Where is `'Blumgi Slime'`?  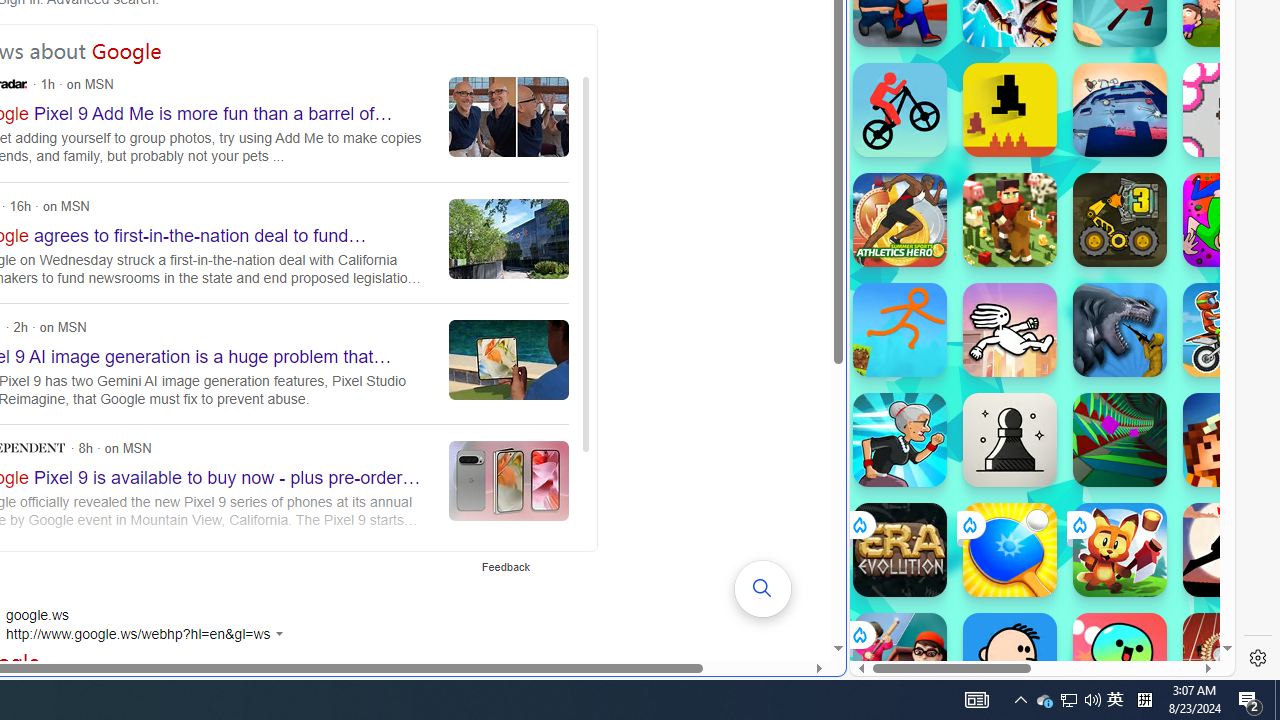 'Blumgi Slime' is located at coordinates (1120, 659).